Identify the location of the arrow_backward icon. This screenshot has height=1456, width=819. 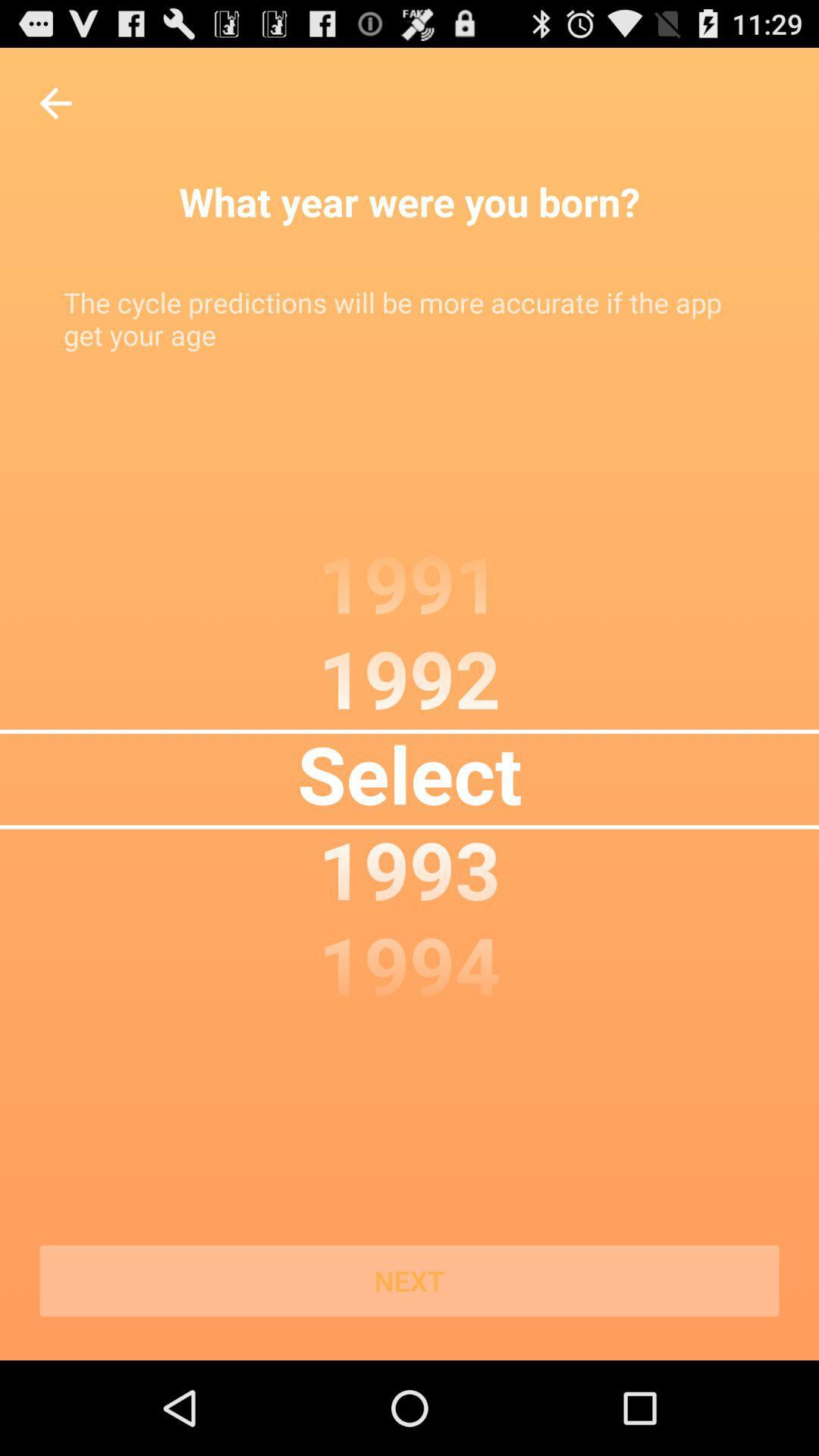
(55, 110).